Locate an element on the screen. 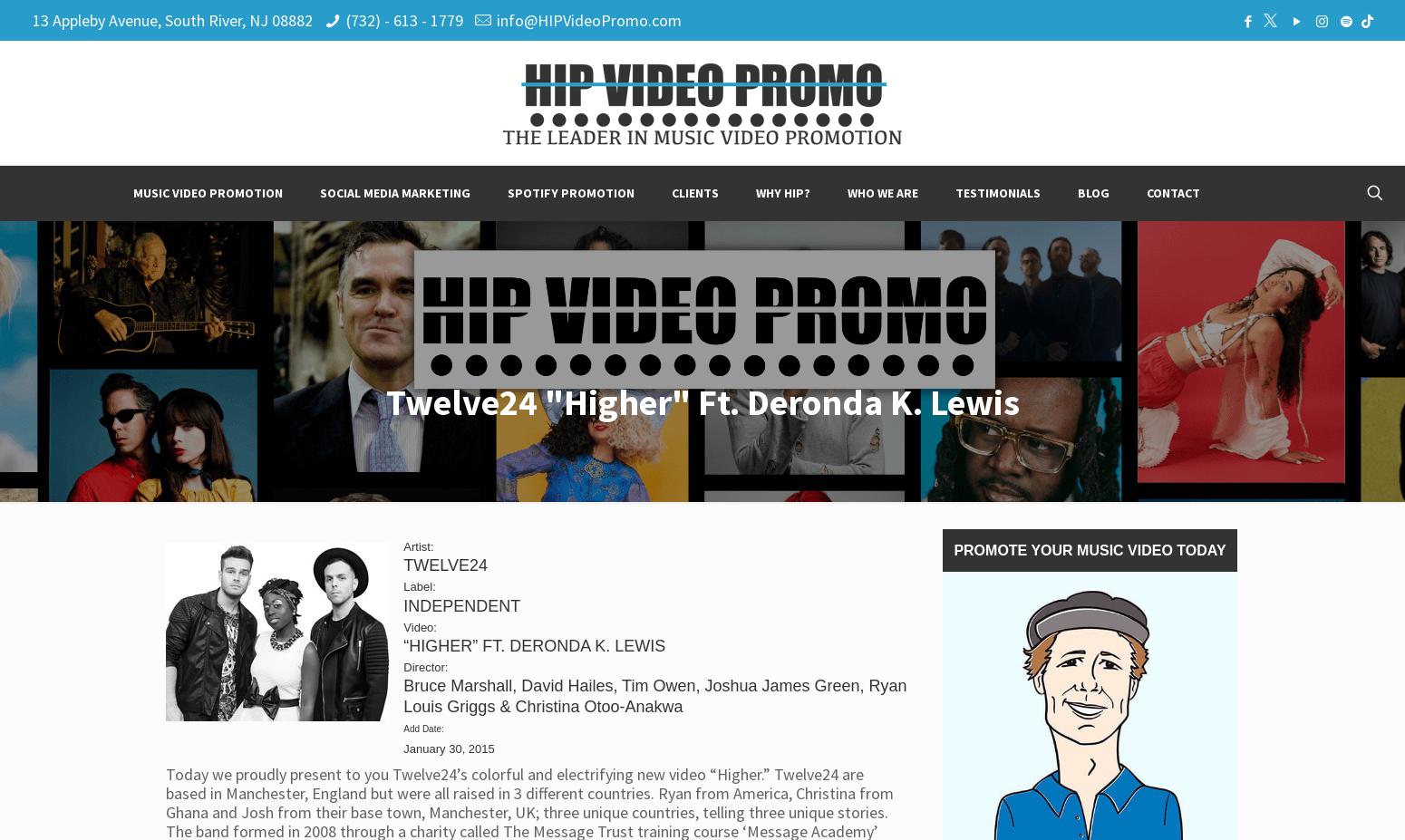  'Artist:' is located at coordinates (418, 546).